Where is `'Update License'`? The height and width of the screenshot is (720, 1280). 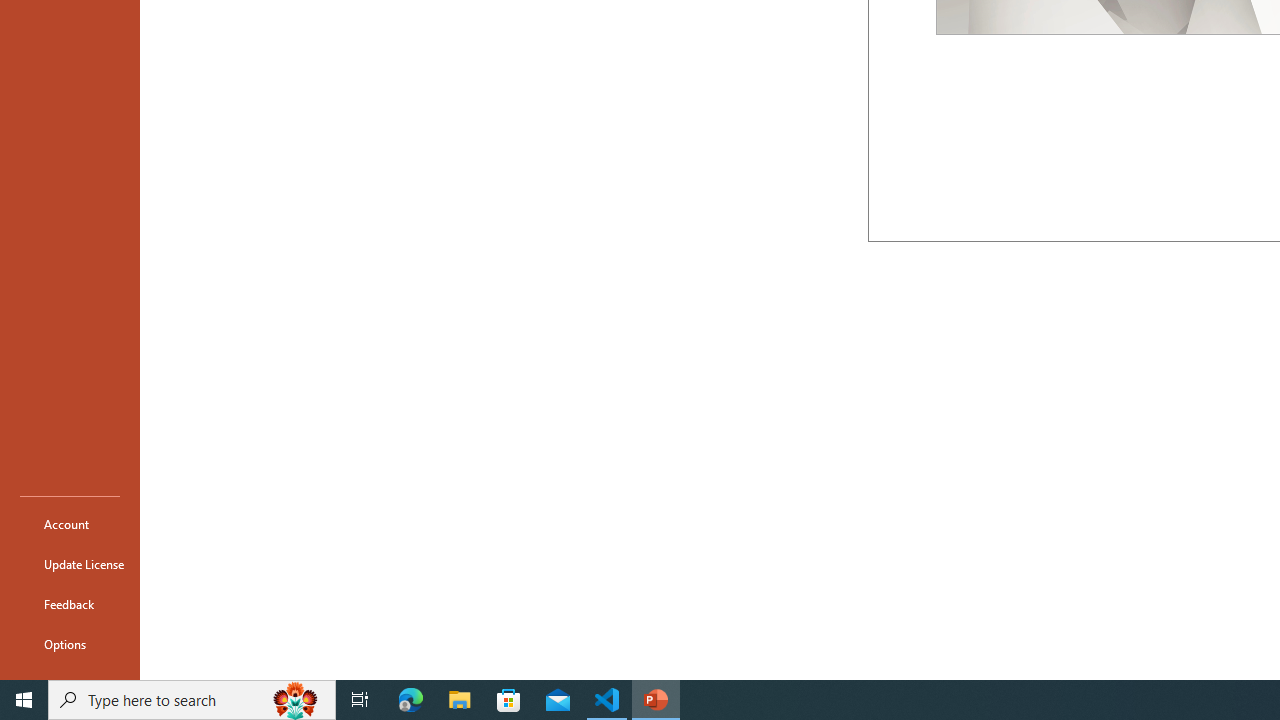 'Update License' is located at coordinates (69, 564).